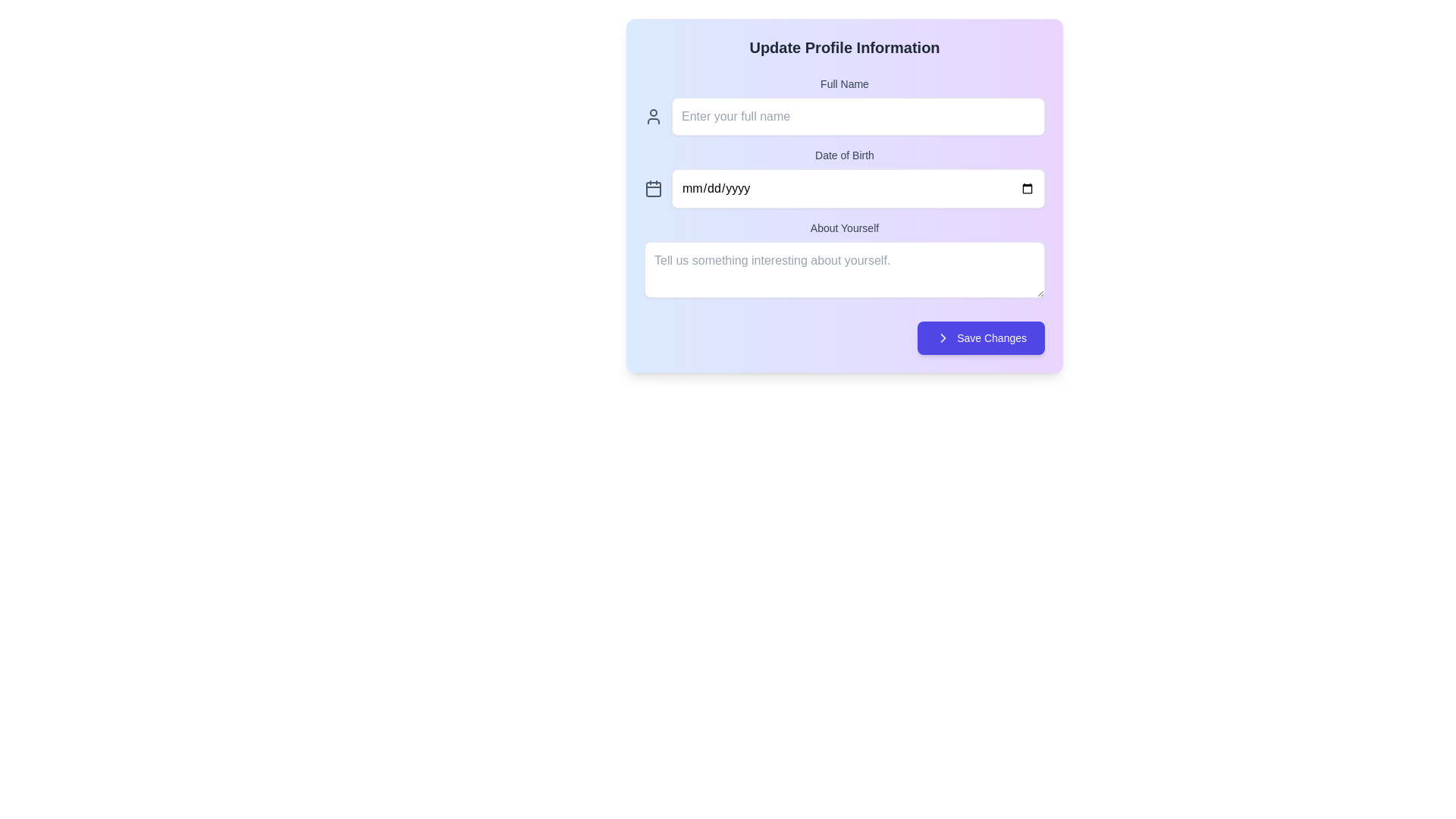 This screenshot has height=819, width=1456. Describe the element at coordinates (843, 84) in the screenshot. I see `the 'Full Name' label, which is styled in medium-sized gray font and positioned above the input field in the form section` at that location.